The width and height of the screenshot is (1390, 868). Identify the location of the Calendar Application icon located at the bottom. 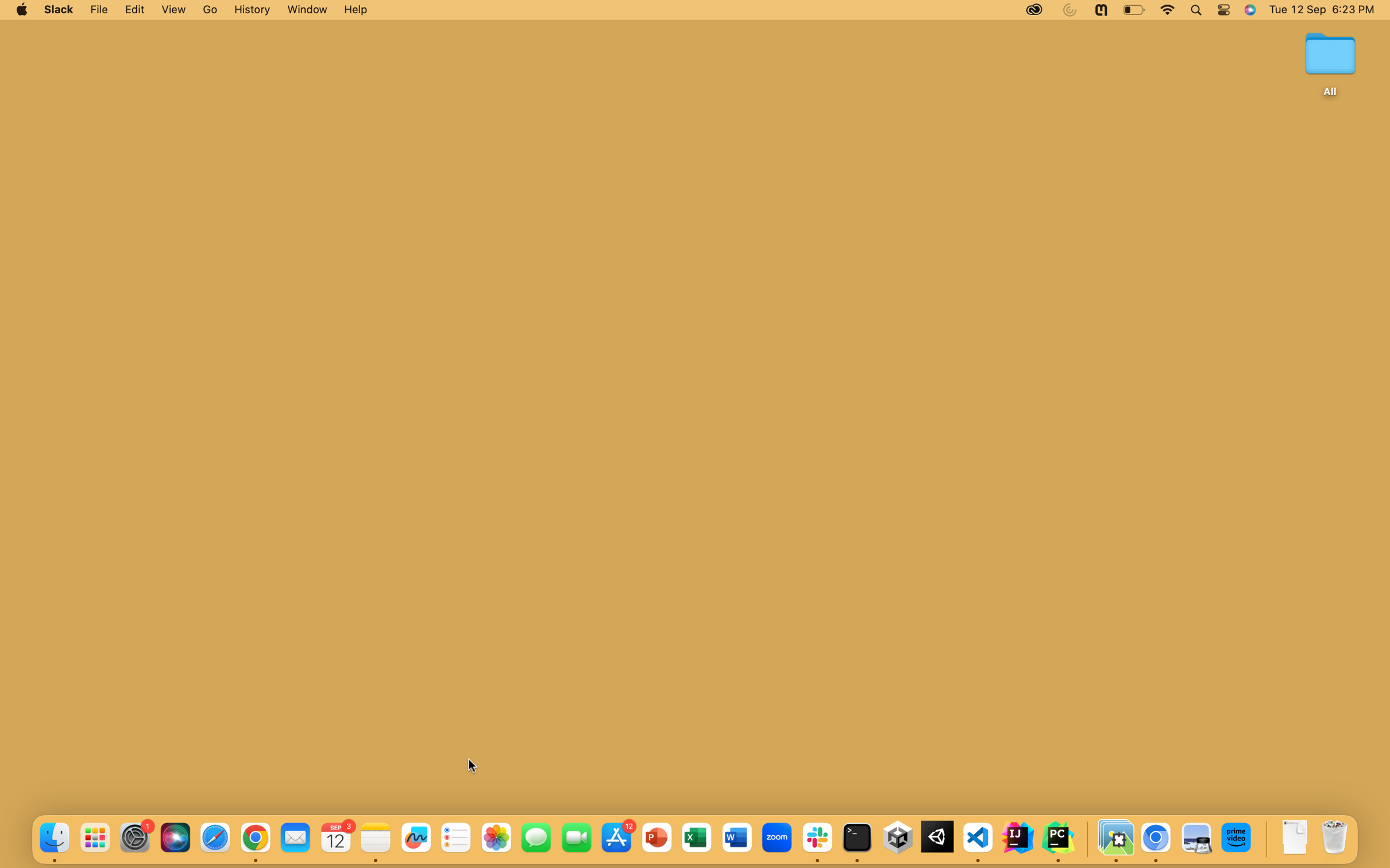
(337, 838).